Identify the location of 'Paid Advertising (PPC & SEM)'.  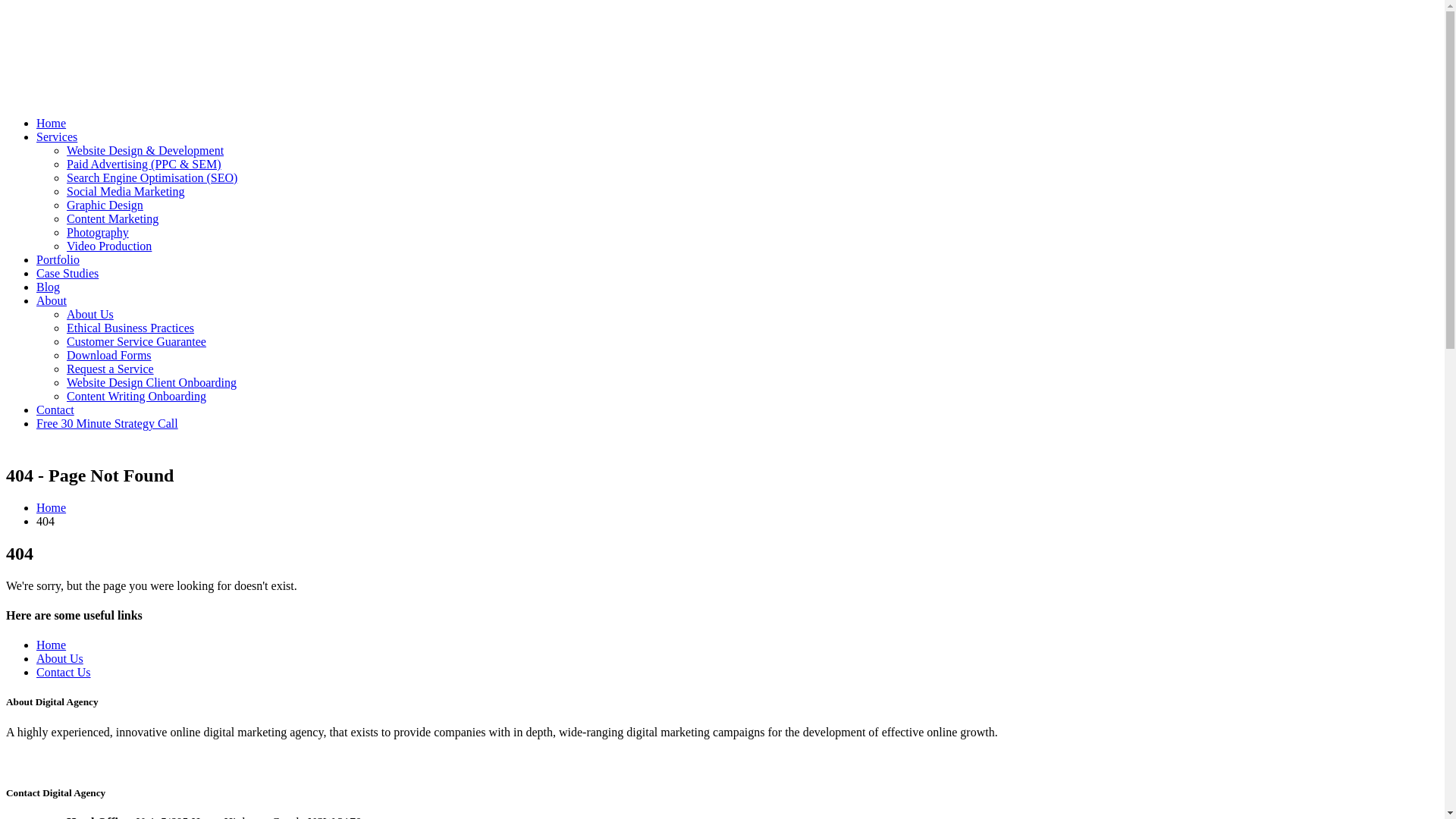
(144, 164).